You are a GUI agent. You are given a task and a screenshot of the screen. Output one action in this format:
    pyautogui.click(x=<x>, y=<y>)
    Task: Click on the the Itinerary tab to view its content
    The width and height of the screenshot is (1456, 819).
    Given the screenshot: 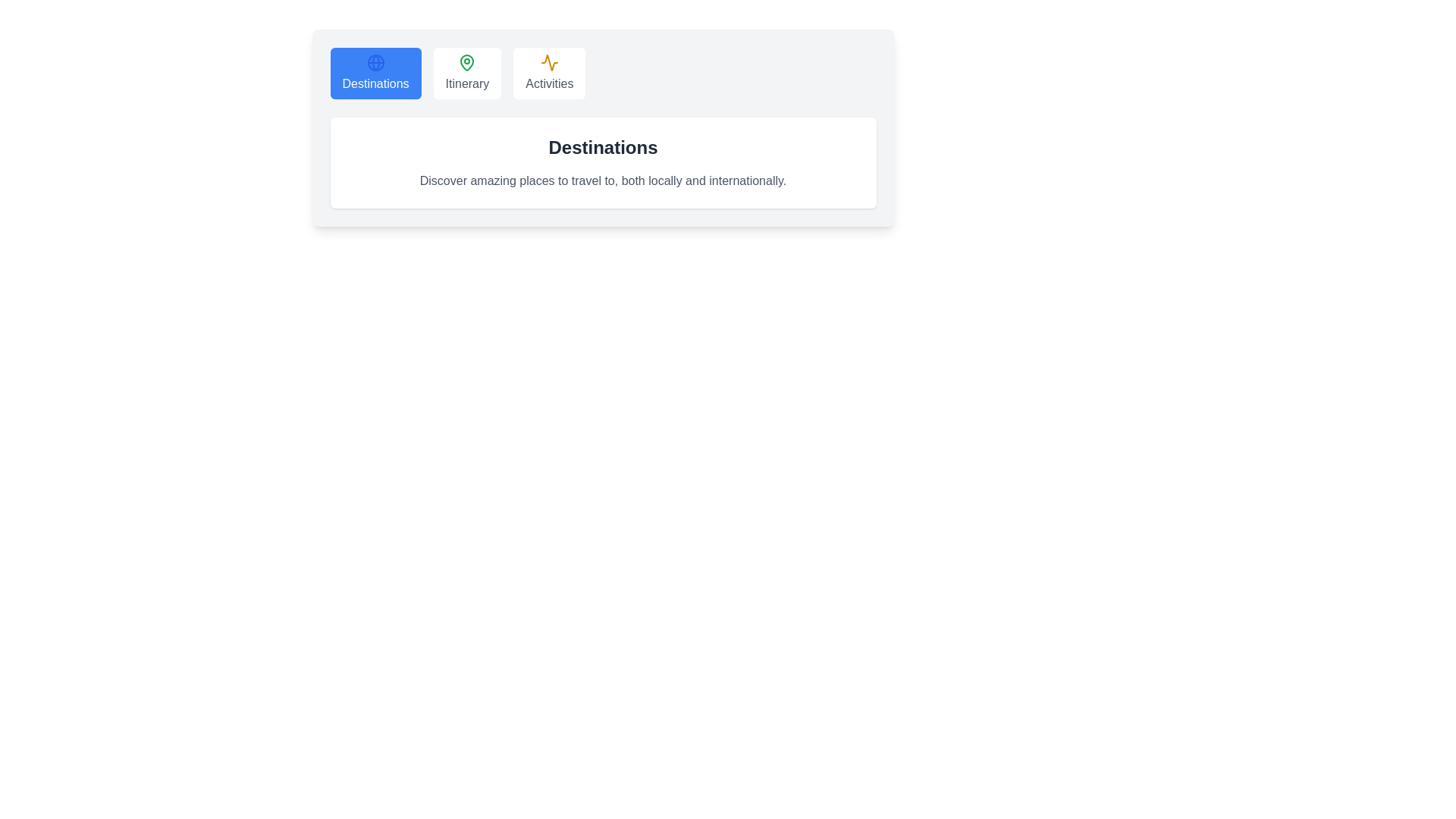 What is the action you would take?
    pyautogui.click(x=466, y=73)
    